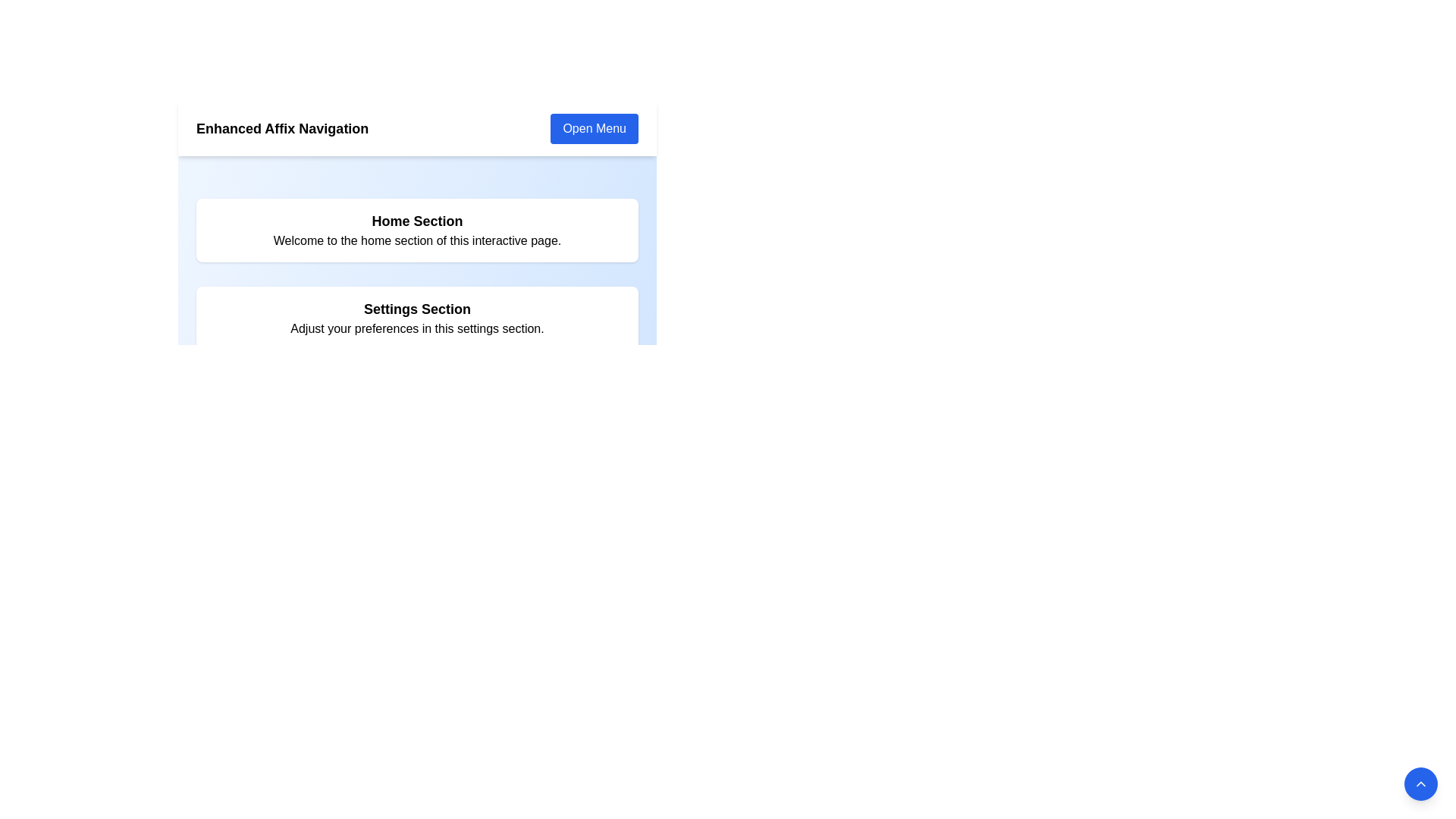 The image size is (1456, 819). I want to click on text content within the informational banner that introduces the 'Home Section' of the interface, located just below the header and above the 'Settings Section', so click(417, 231).